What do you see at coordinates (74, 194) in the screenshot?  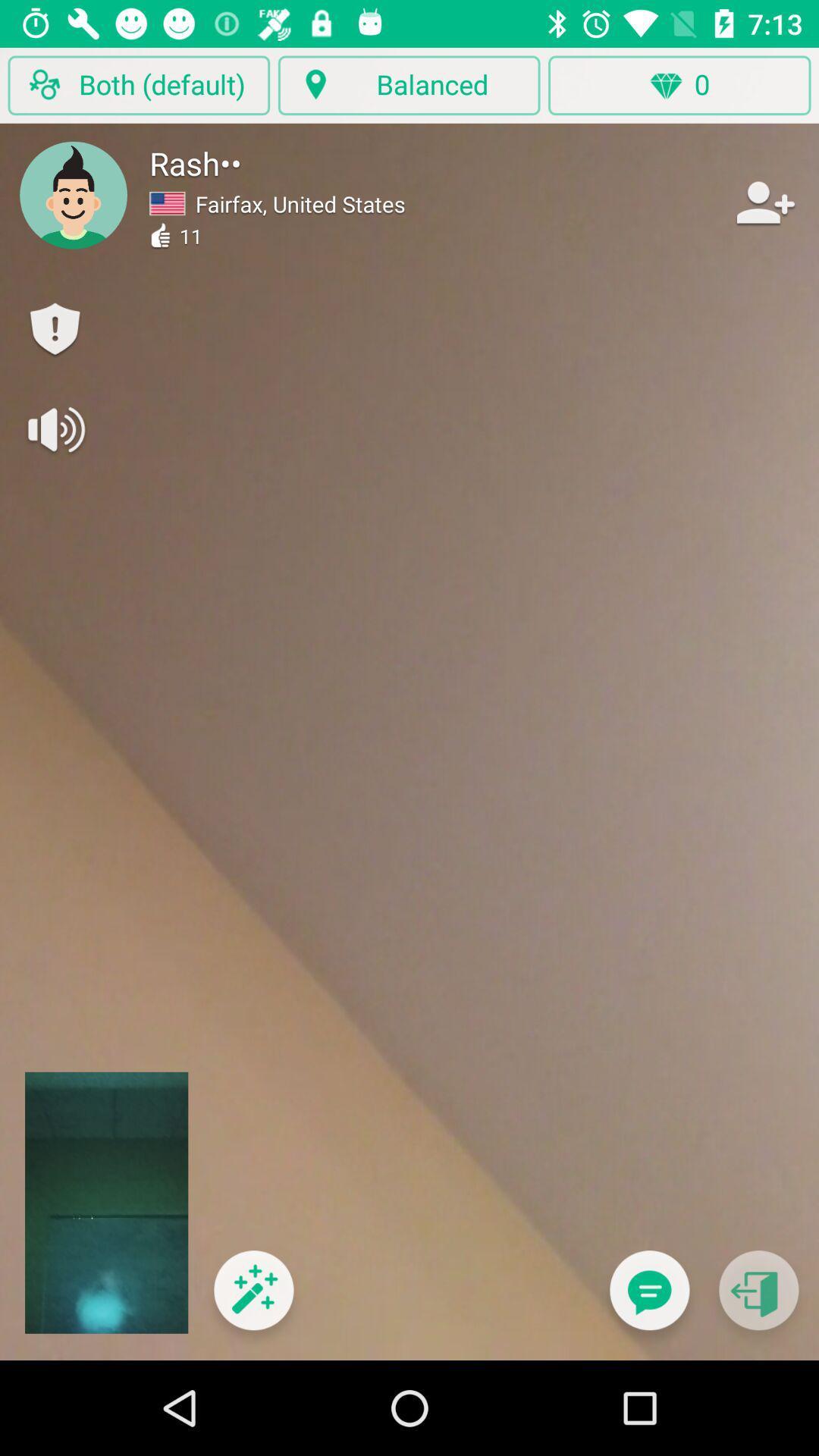 I see `the item below the both (default) item` at bounding box center [74, 194].